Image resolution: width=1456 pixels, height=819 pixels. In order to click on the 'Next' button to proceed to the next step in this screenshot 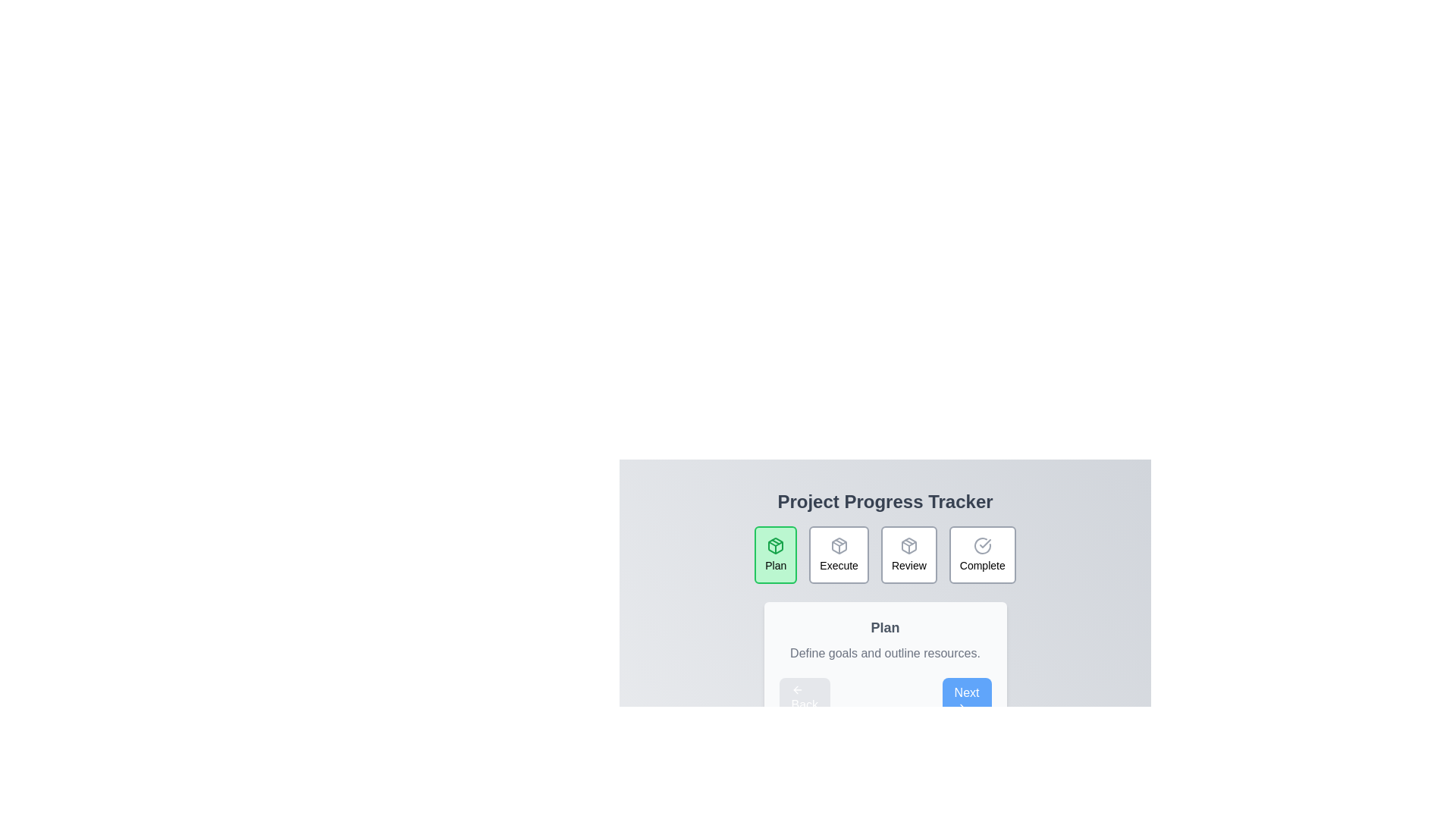, I will do `click(966, 698)`.